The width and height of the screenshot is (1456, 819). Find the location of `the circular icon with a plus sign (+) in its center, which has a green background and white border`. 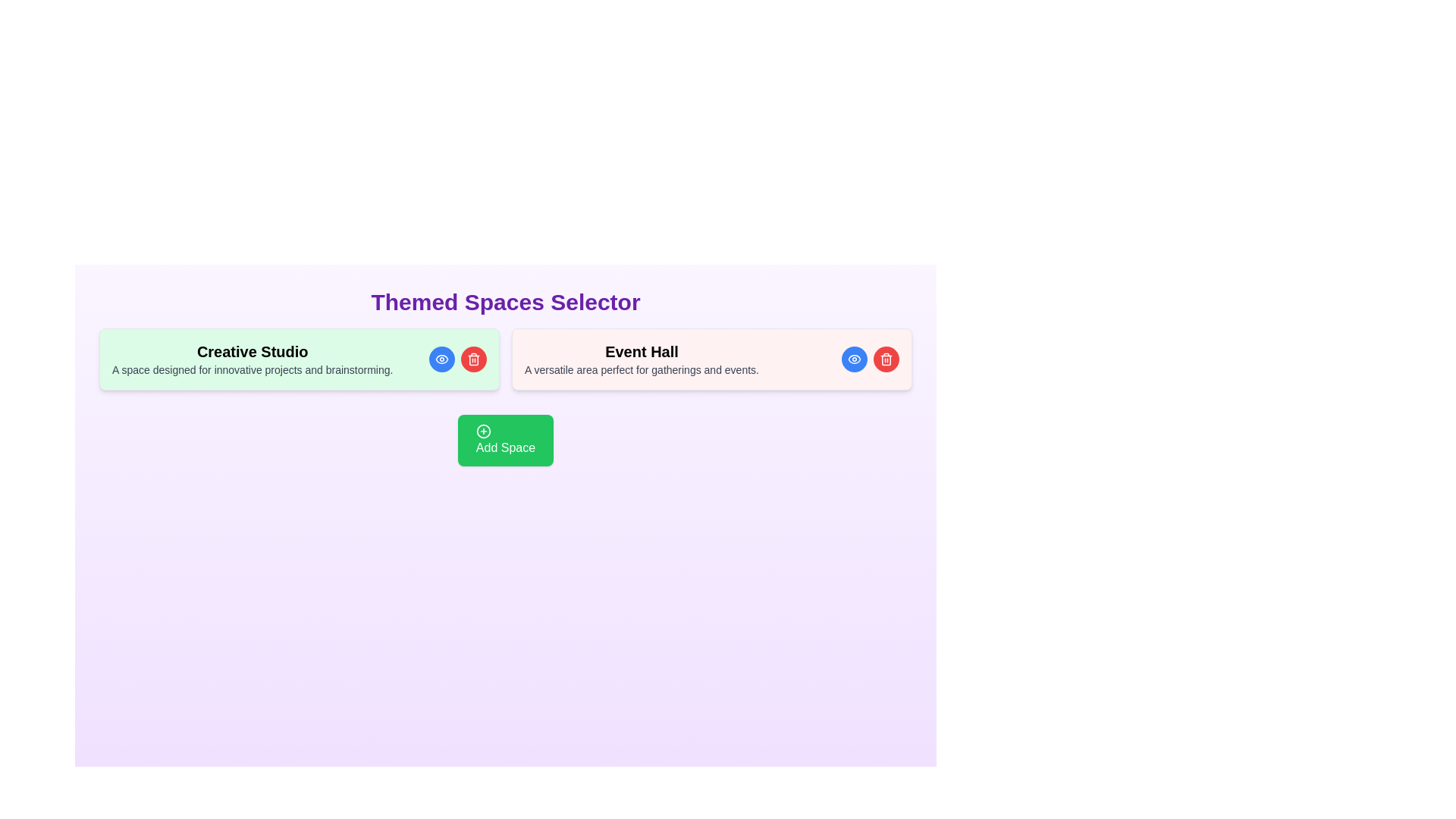

the circular icon with a plus sign (+) in its center, which has a green background and white border is located at coordinates (482, 431).